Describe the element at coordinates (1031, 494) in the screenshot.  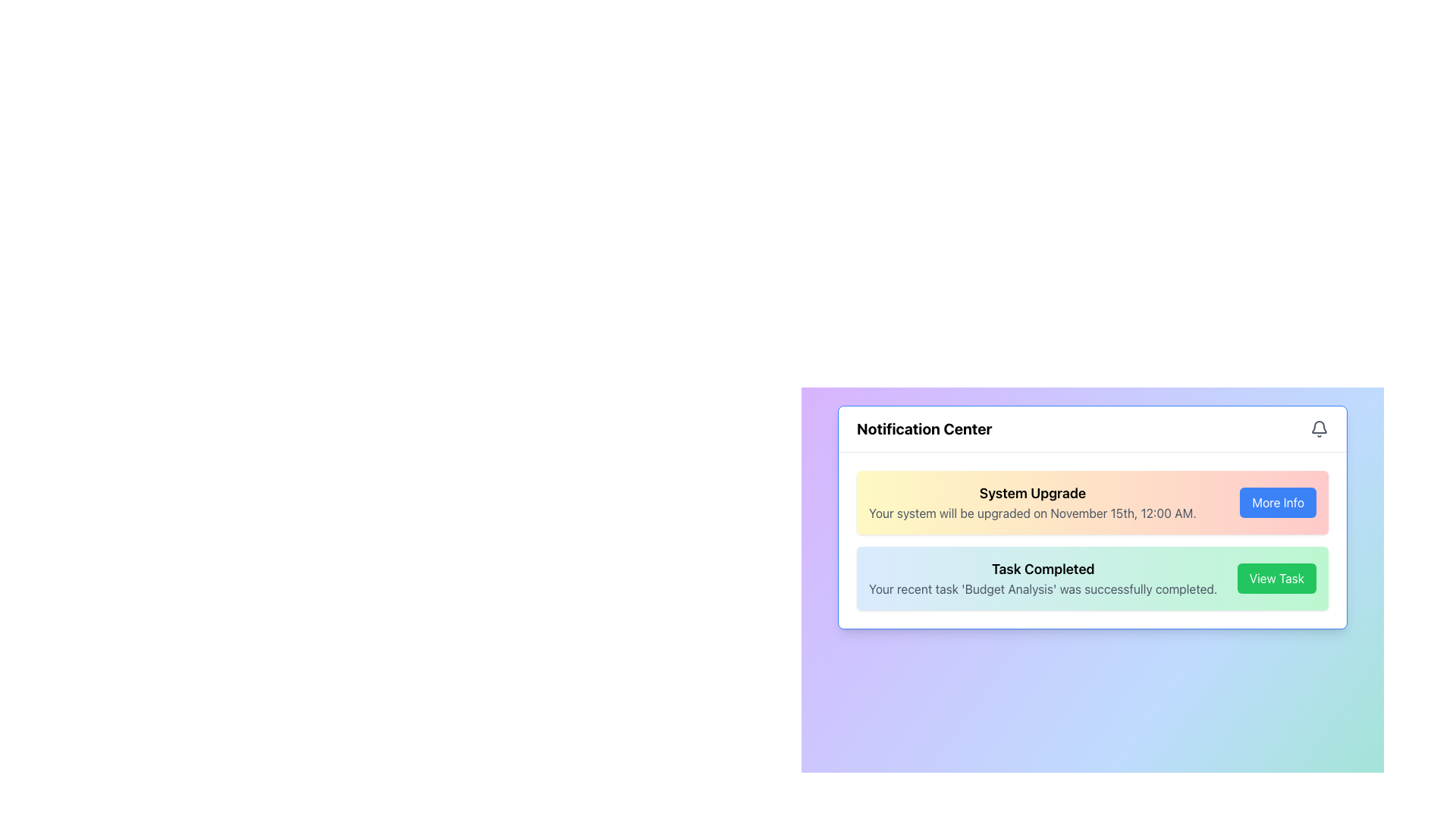
I see `the 'System Upgrade' text label, which is prominently displayed in bold black font on a yellow notification card, located at the upper area of the card` at that location.